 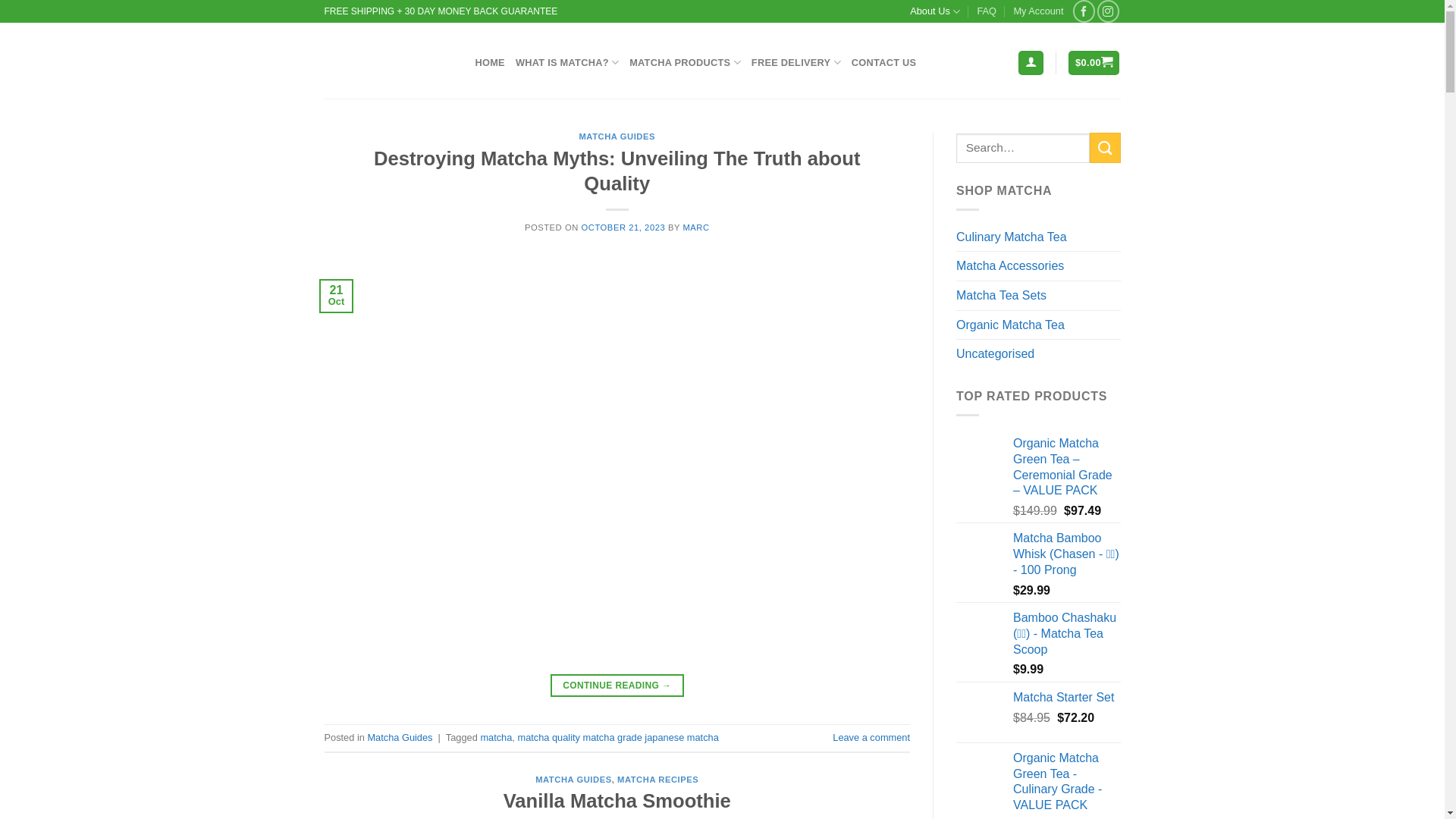 What do you see at coordinates (1094, 62) in the screenshot?
I see `'$0.00'` at bounding box center [1094, 62].